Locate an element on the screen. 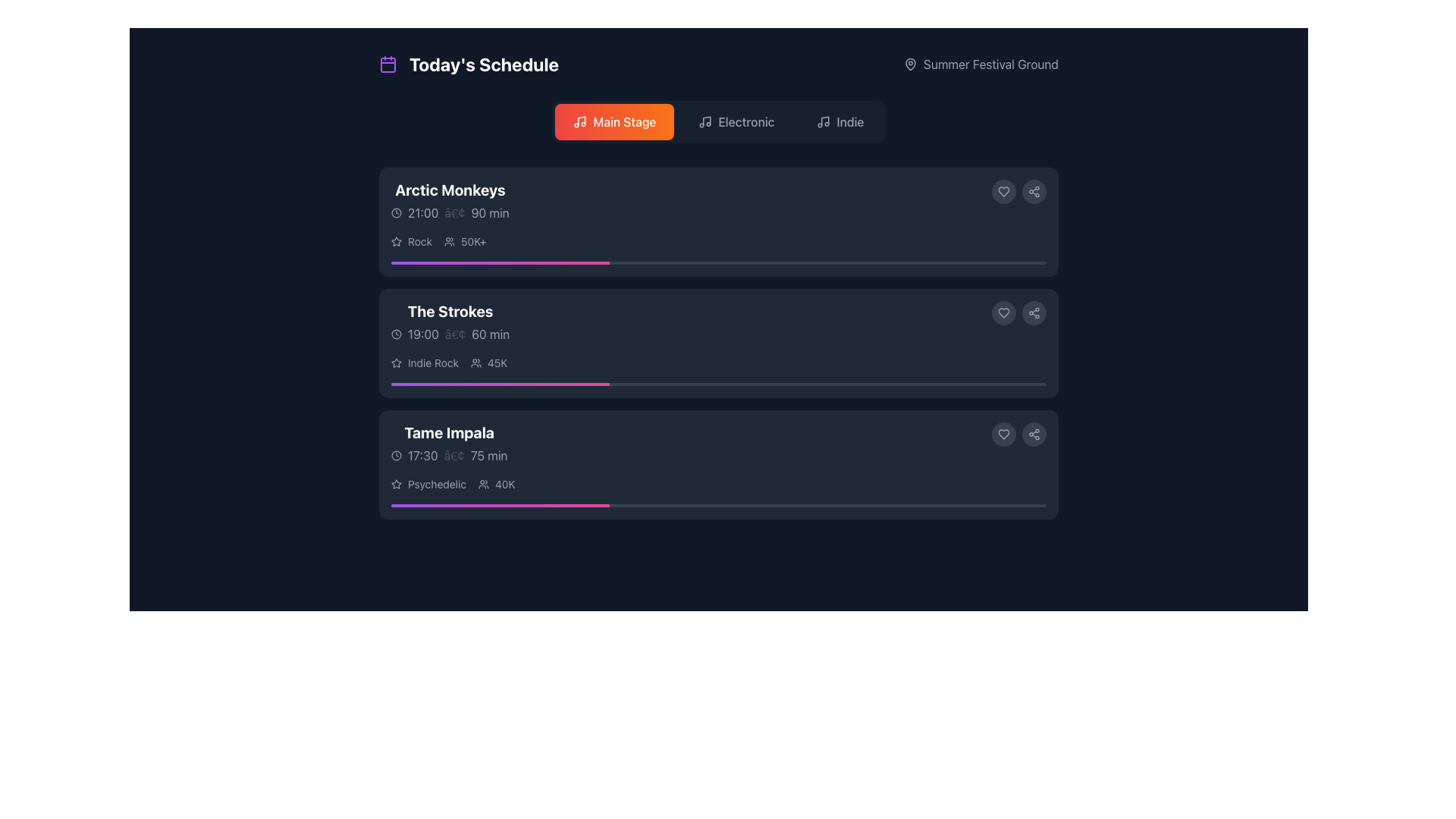  the text displaying the word 'Psychedelic' which is part of the metadata for the band 'Tame Impala' is located at coordinates (436, 485).